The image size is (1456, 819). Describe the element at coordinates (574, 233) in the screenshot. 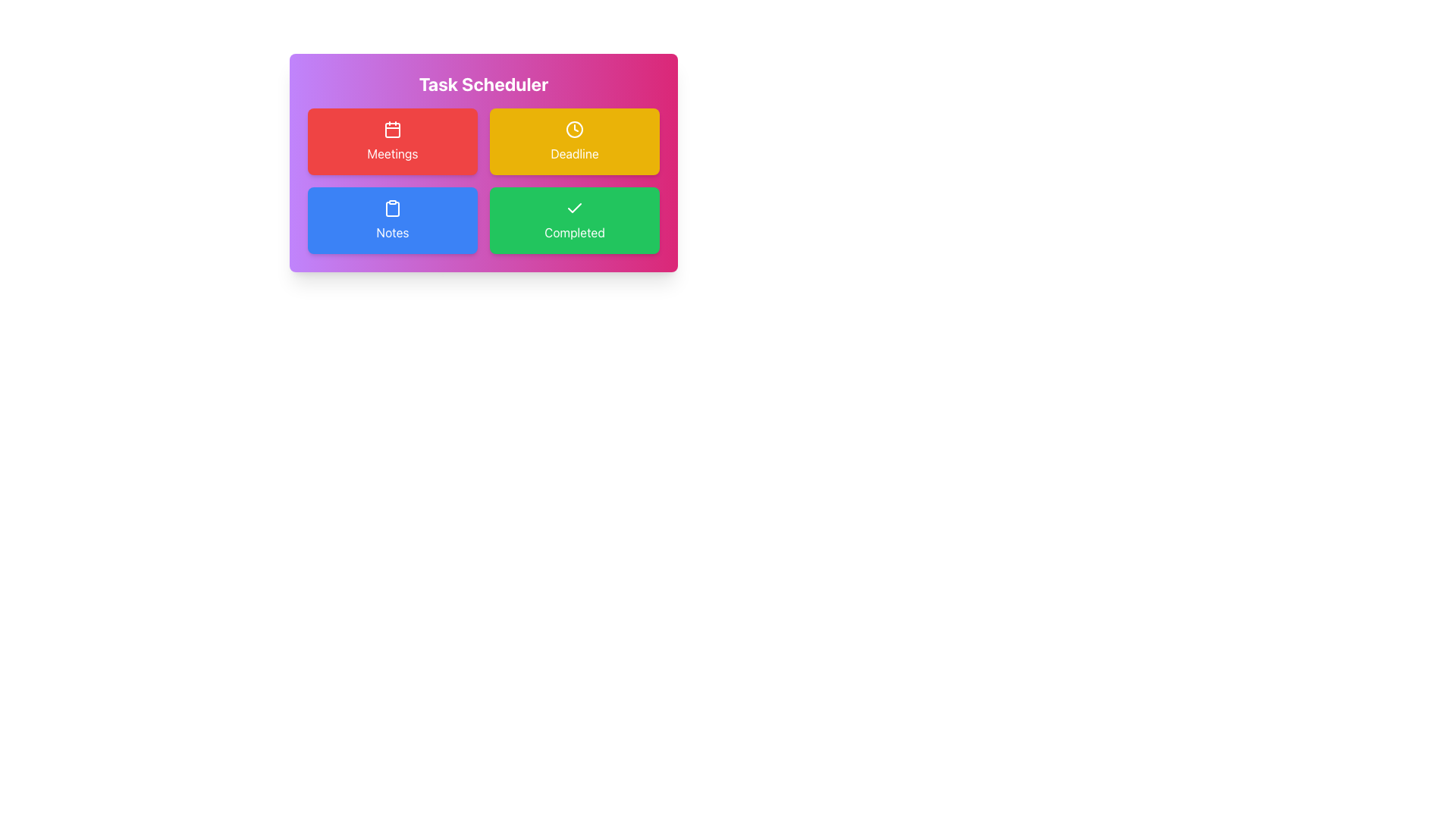

I see `the 'Completed' text label, which is a descriptor for the button's purpose located below a checkmark icon in the bottom-right corner of the four-button grid within a 'Task Scheduler' card` at that location.